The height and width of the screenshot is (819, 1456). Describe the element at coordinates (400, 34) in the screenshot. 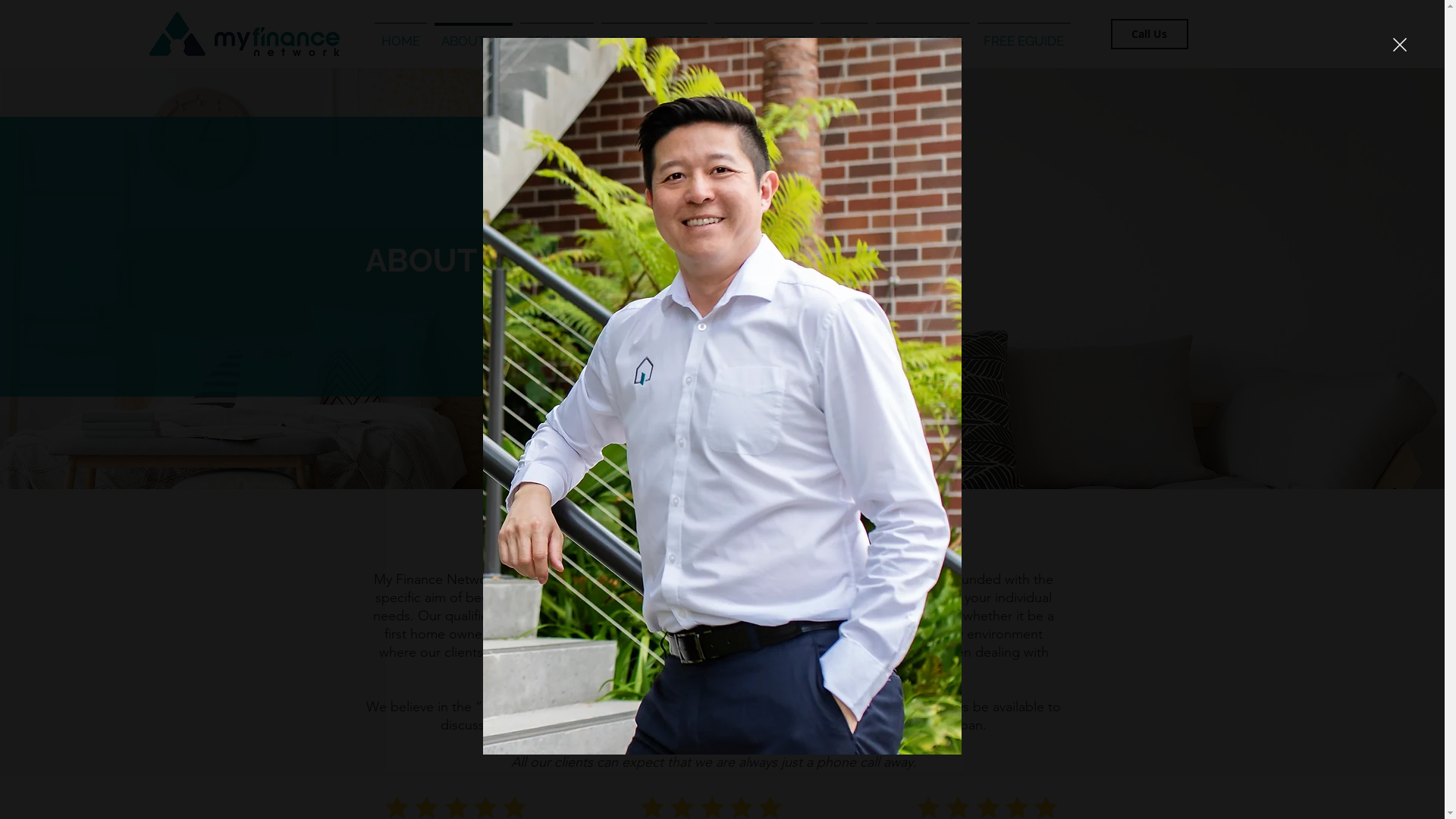

I see `'HOME'` at that location.